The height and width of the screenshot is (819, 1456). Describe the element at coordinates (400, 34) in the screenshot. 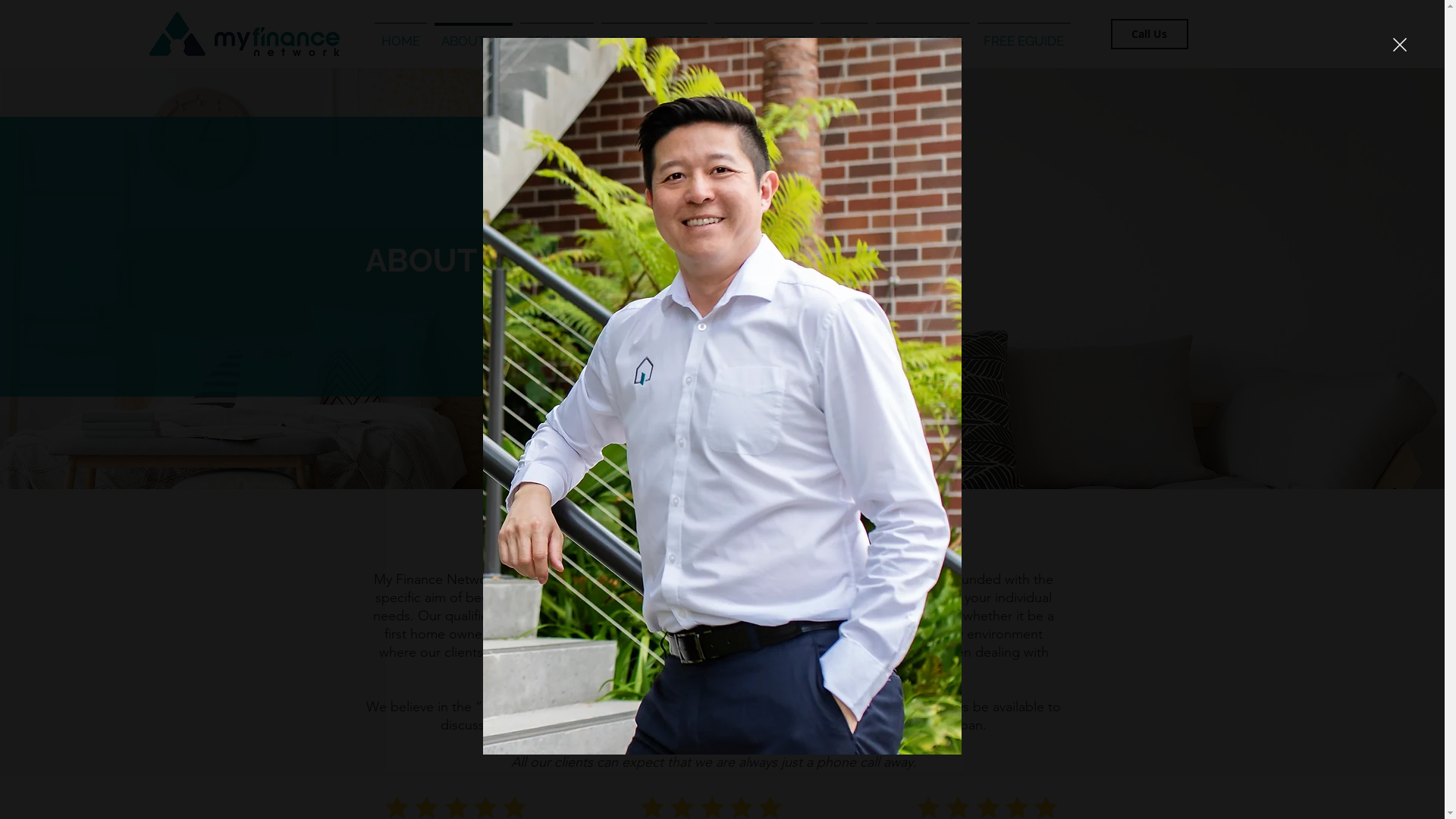

I see `'HOME'` at that location.